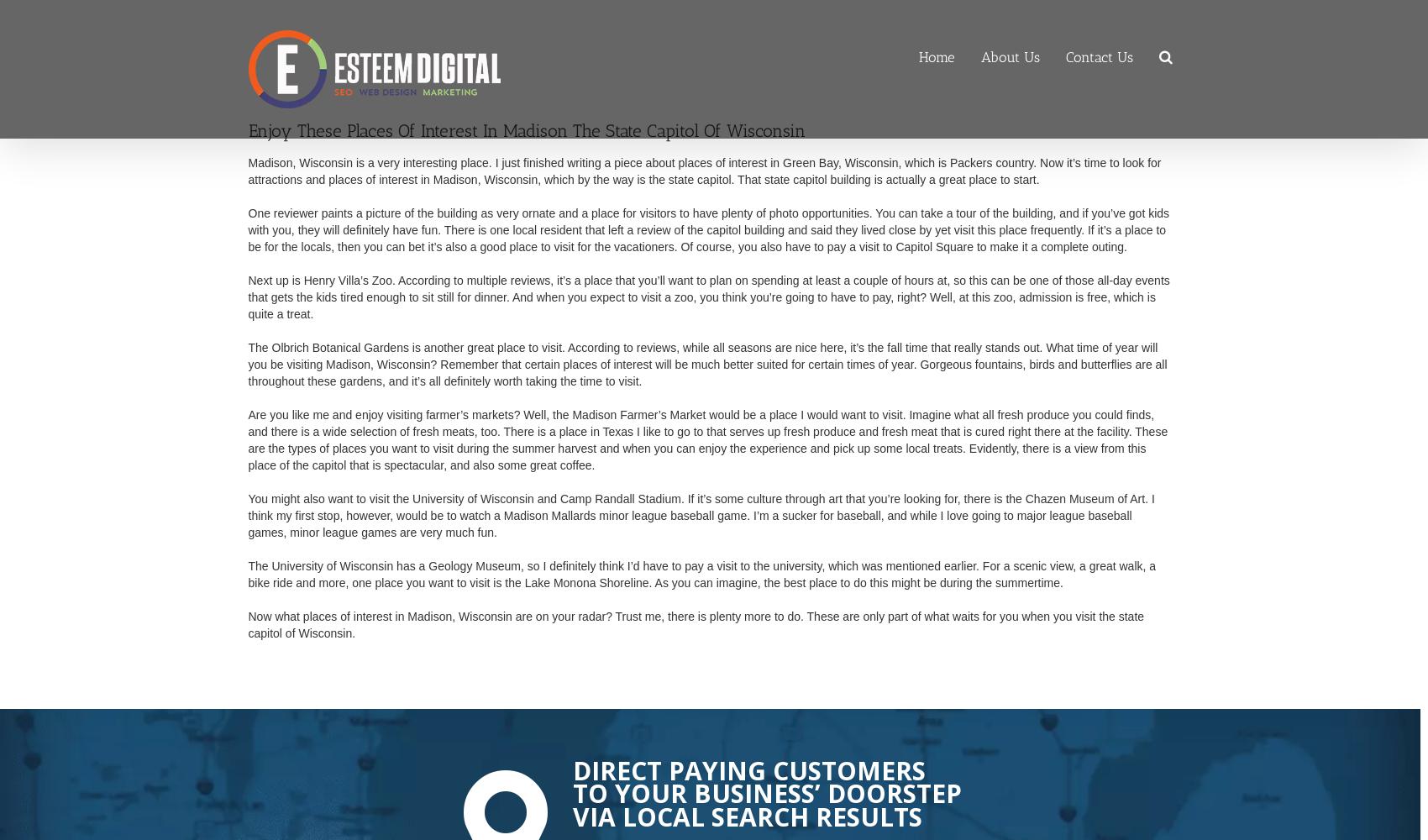  I want to click on 'Direct Paying Customers', so click(573, 769).